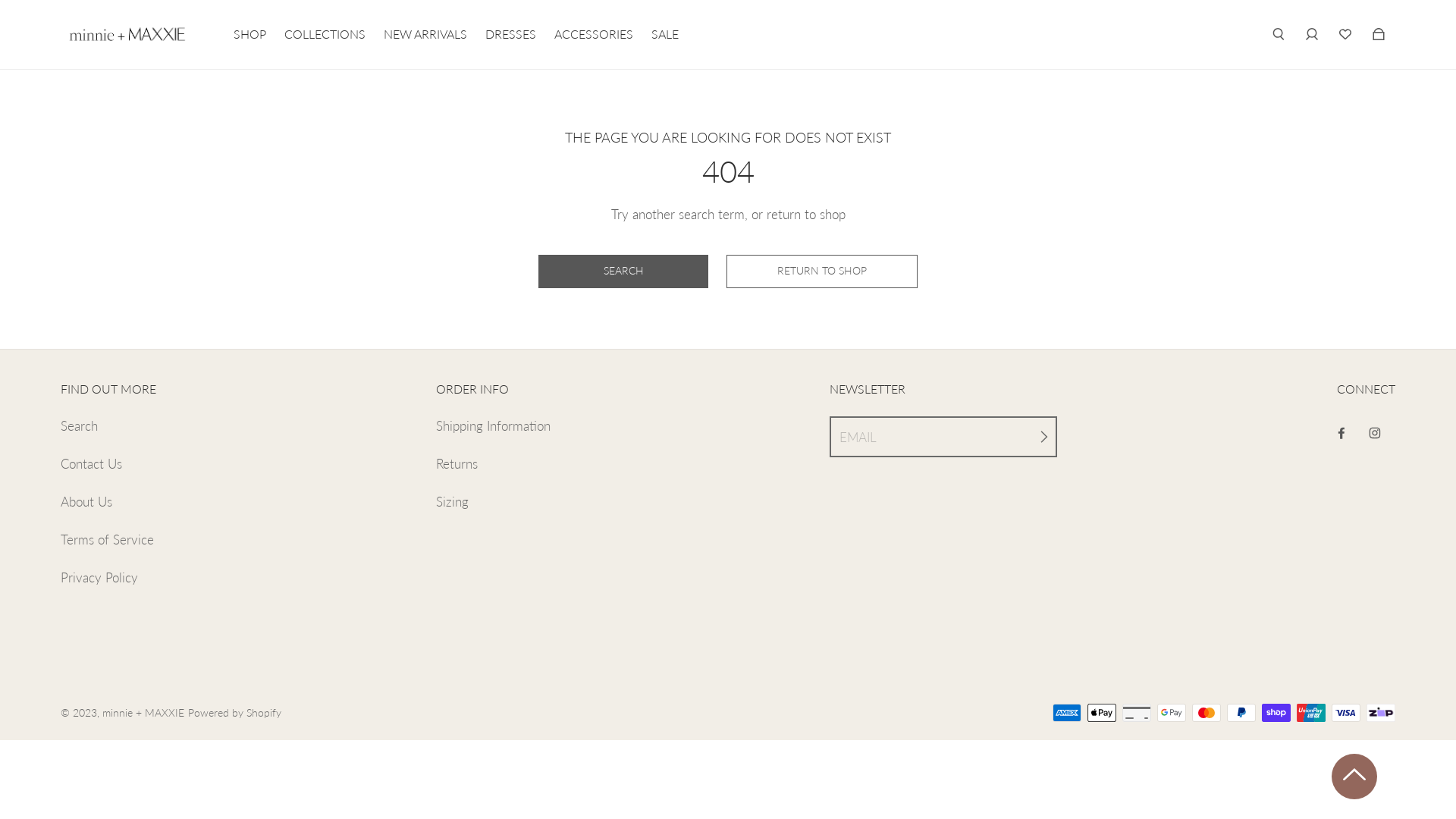 This screenshot has width=1456, height=819. What do you see at coordinates (106, 539) in the screenshot?
I see `'Terms of Service'` at bounding box center [106, 539].